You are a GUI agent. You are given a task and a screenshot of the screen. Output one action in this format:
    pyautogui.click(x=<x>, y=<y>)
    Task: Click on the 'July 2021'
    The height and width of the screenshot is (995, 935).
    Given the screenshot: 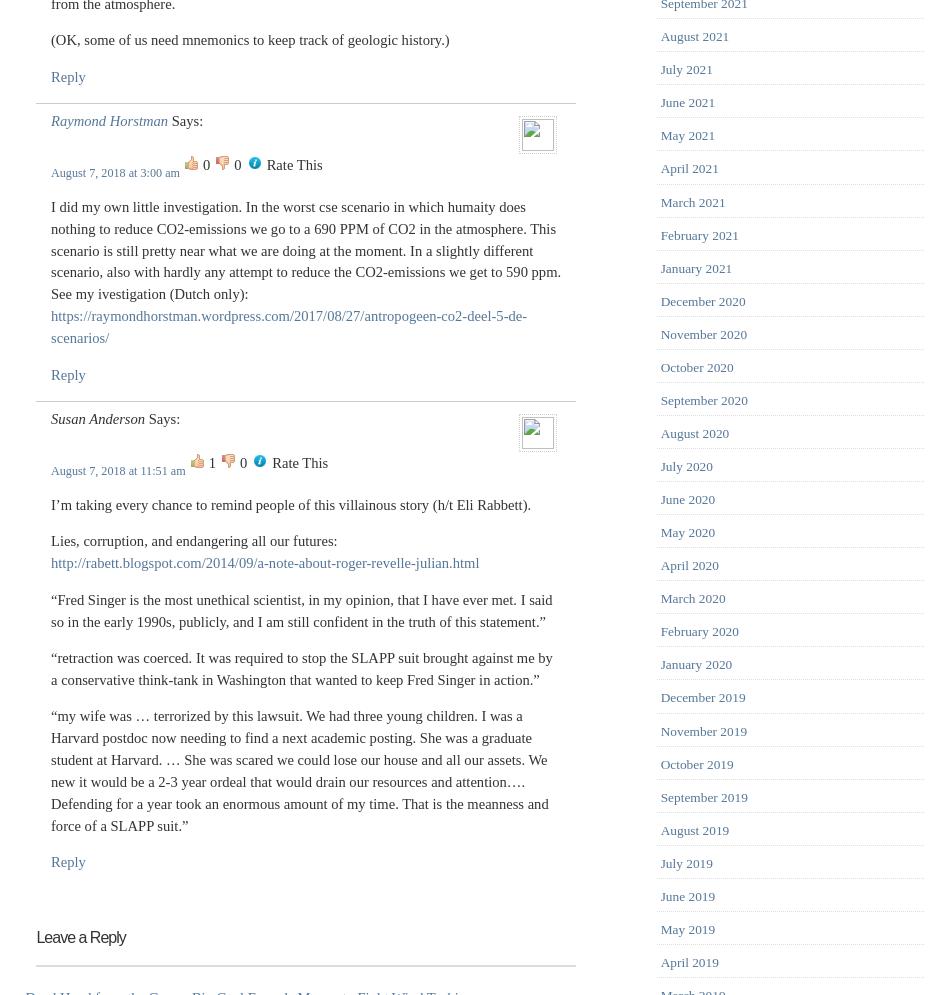 What is the action you would take?
    pyautogui.click(x=685, y=68)
    